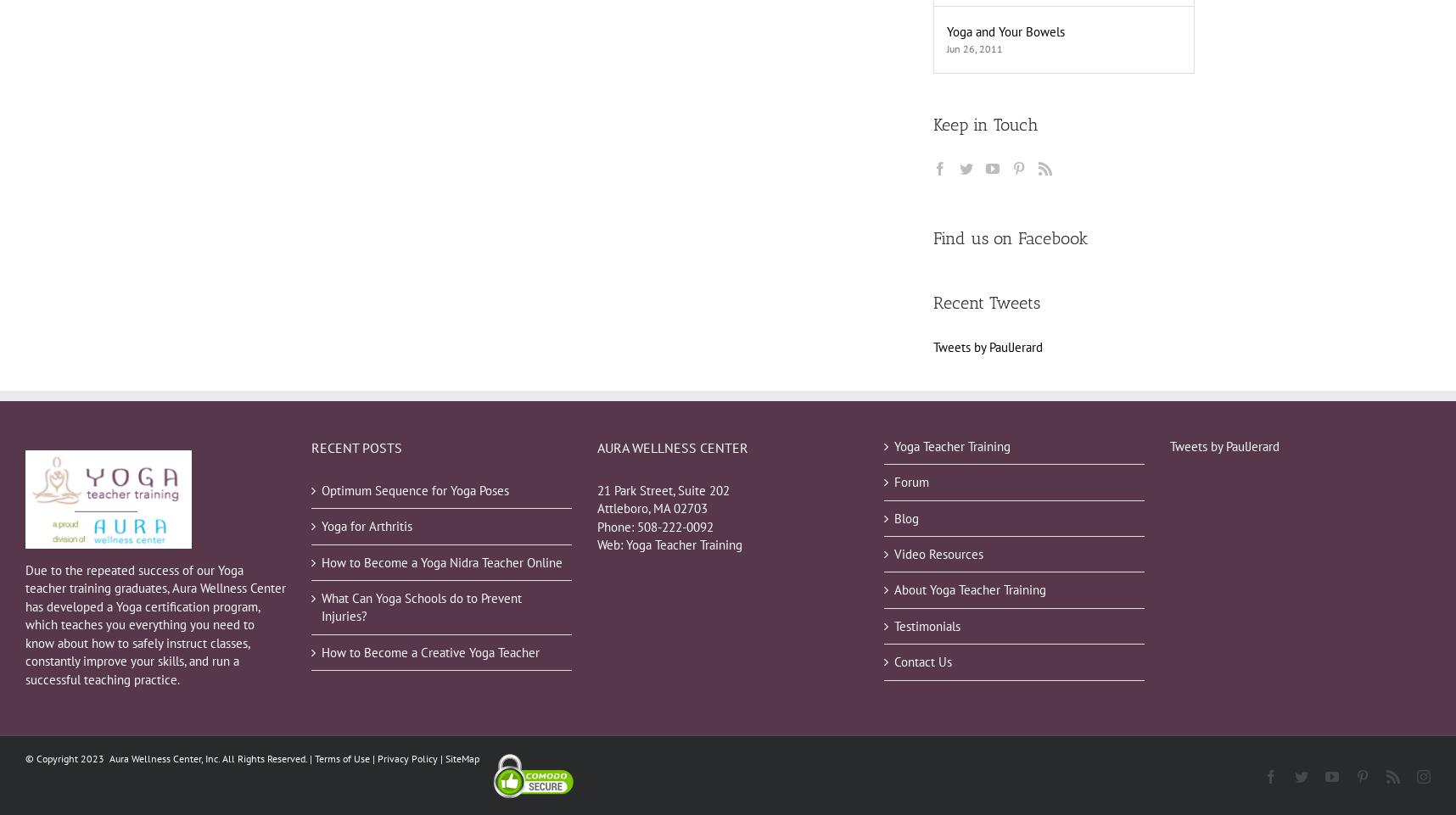  Describe the element at coordinates (675, 526) in the screenshot. I see `'508-222-0092'` at that location.